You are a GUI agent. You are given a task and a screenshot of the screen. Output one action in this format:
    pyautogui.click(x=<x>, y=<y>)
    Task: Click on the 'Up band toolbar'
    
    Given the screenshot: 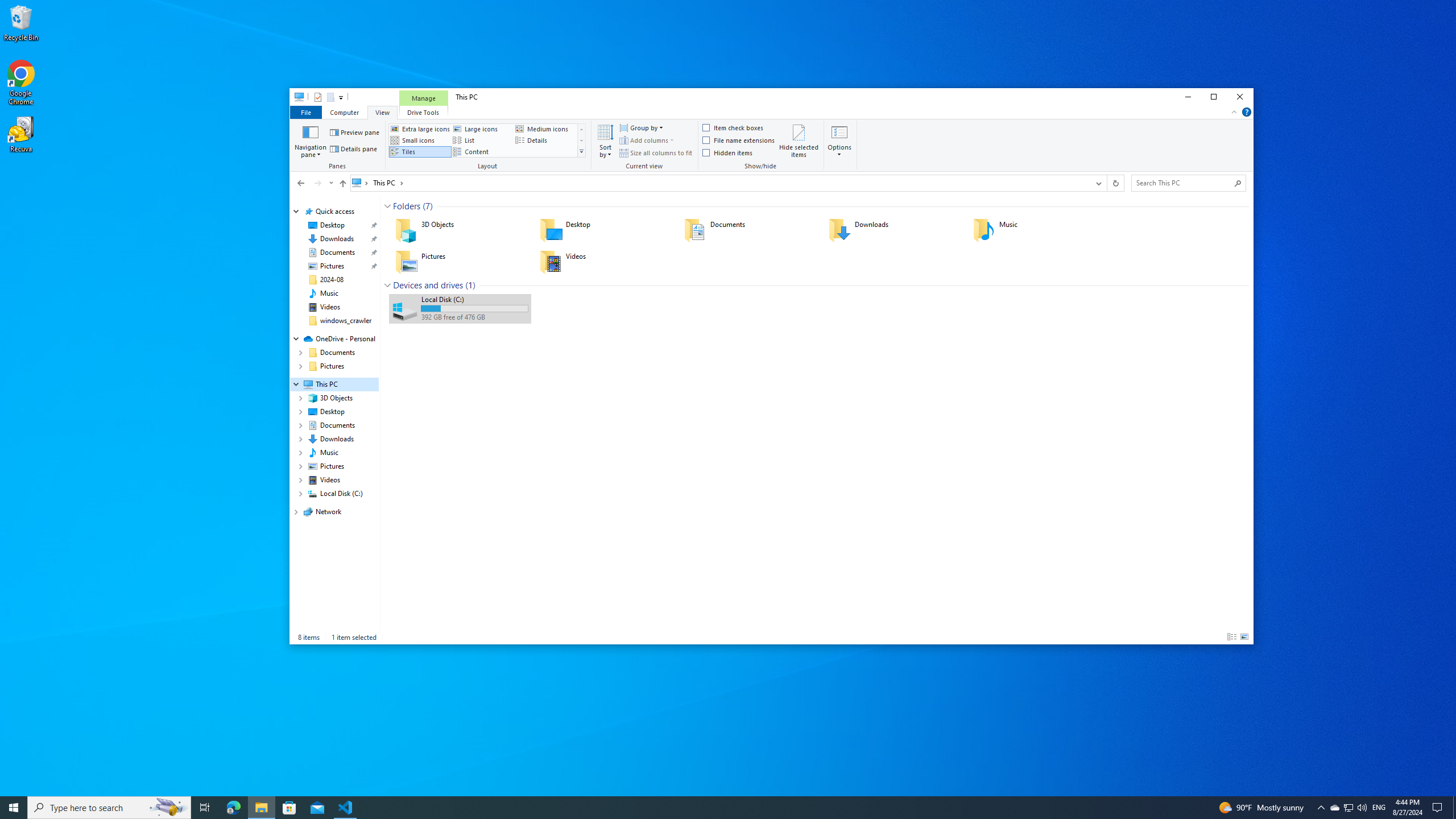 What is the action you would take?
    pyautogui.click(x=342, y=185)
    